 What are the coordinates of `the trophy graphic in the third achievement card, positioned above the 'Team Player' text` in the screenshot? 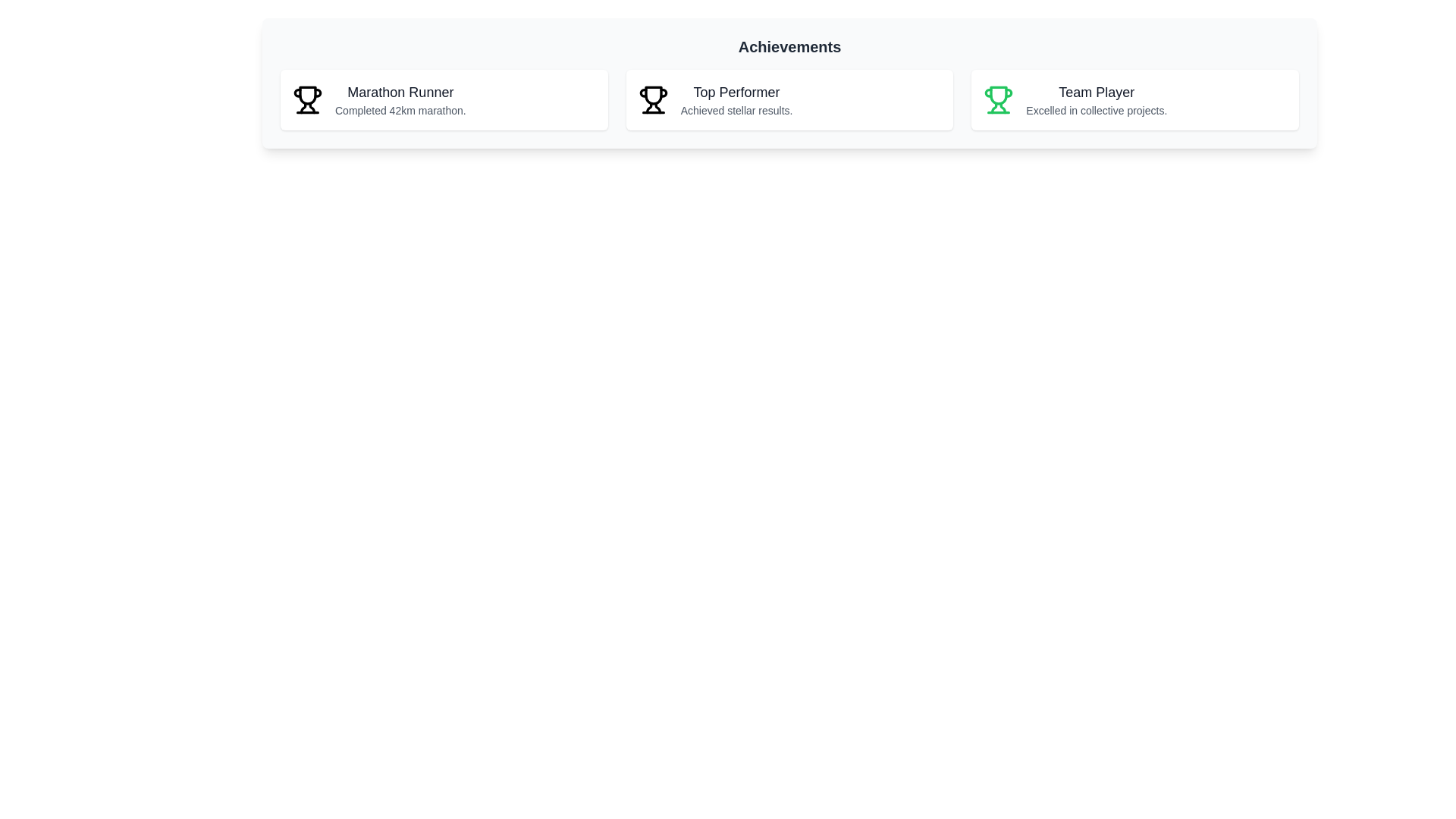 It's located at (999, 96).